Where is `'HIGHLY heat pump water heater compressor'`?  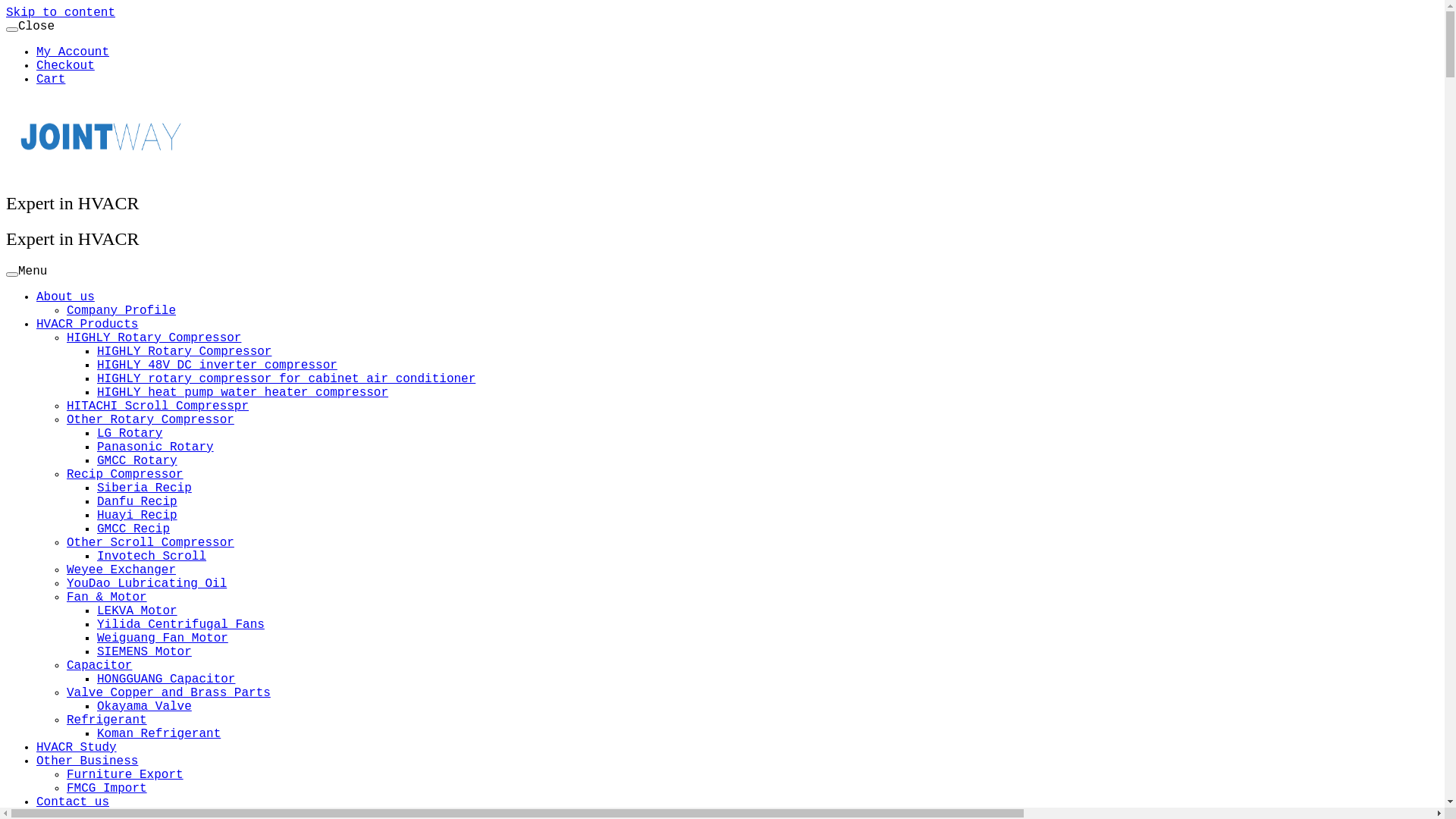 'HIGHLY heat pump water heater compressor' is located at coordinates (243, 391).